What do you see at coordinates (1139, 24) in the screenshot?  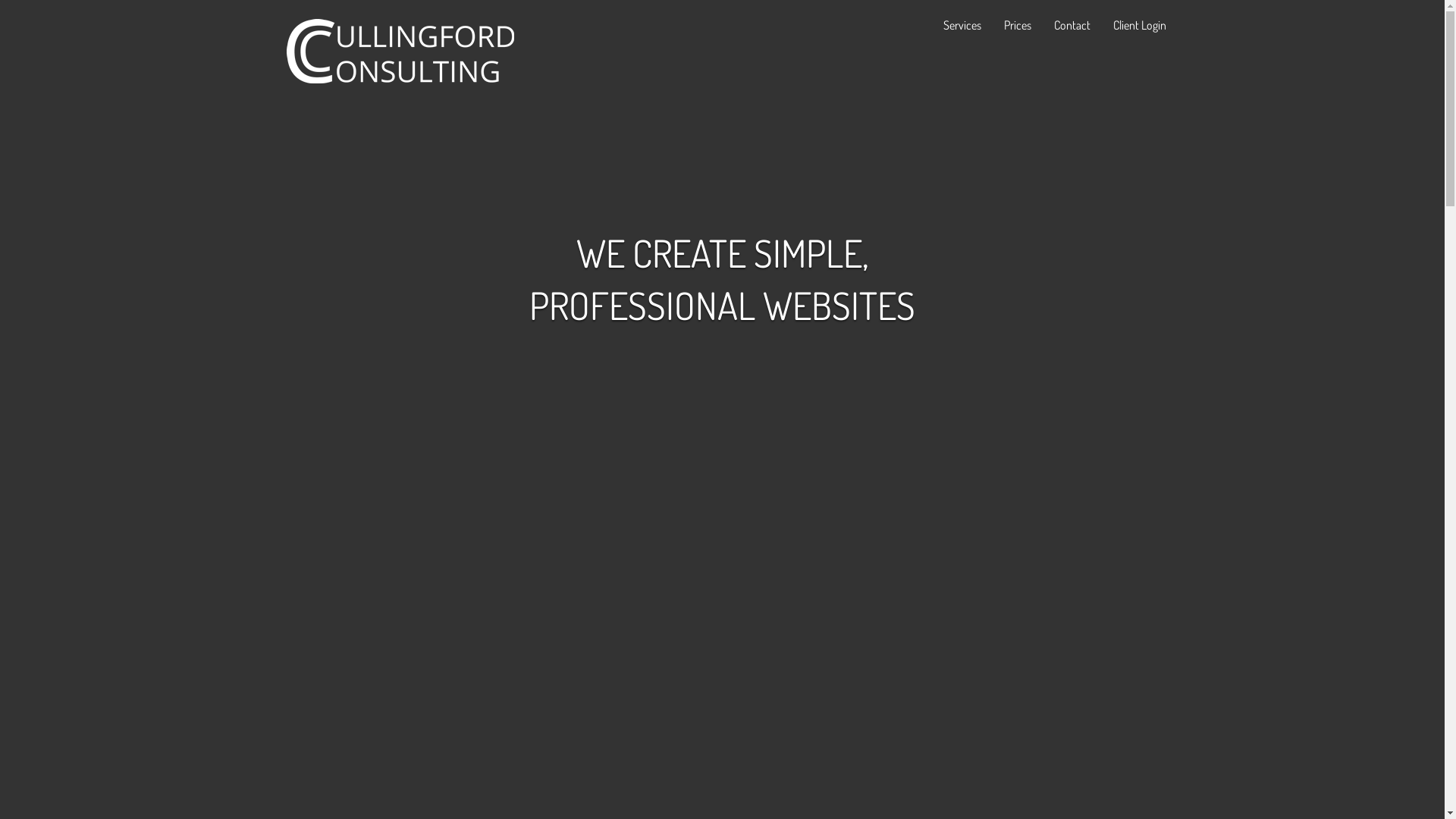 I see `'Client Login'` at bounding box center [1139, 24].